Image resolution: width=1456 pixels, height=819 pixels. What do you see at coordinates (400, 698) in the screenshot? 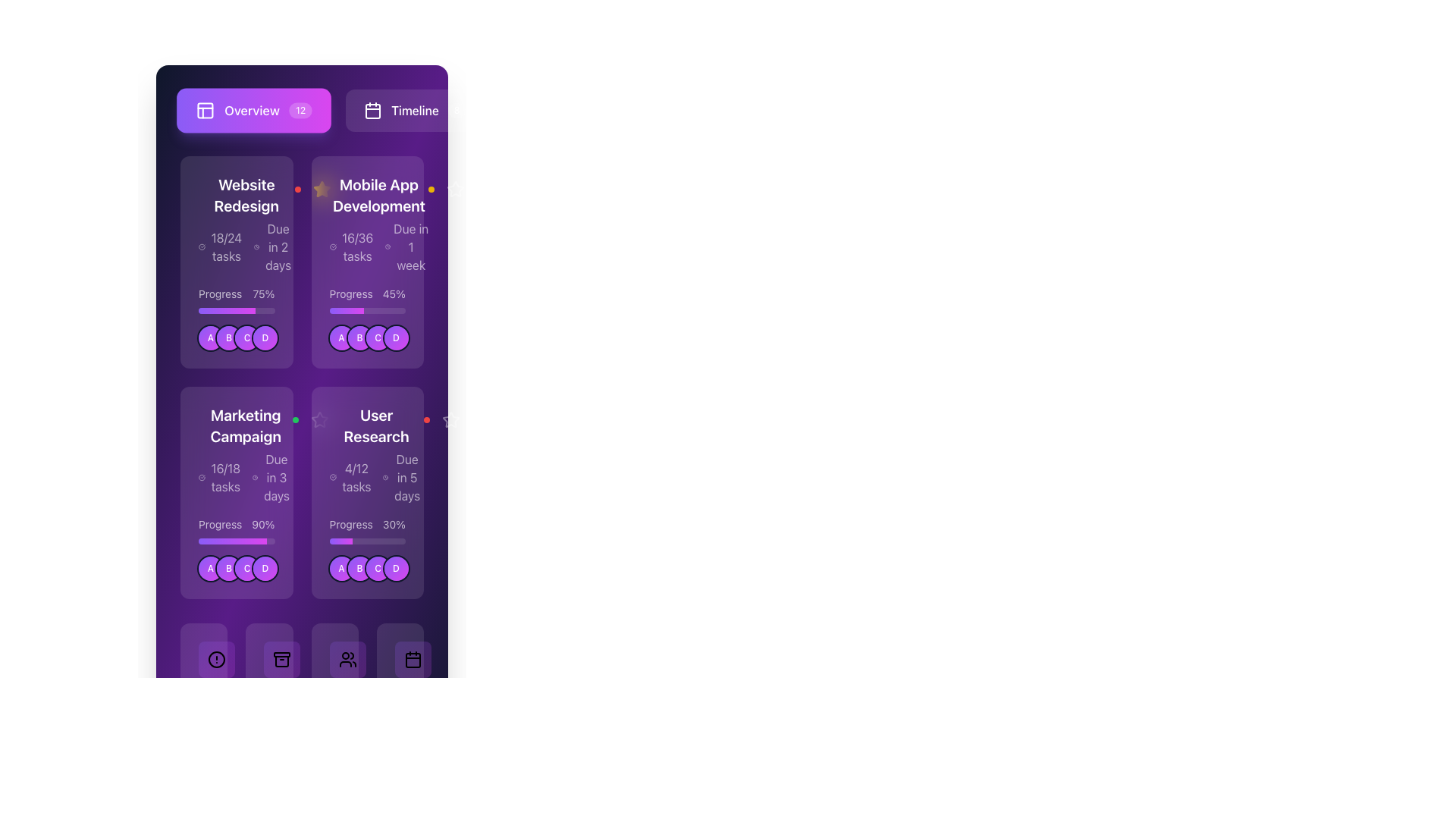
I see `the Navigation Button located at the far right end of the bottom navigation bar` at bounding box center [400, 698].